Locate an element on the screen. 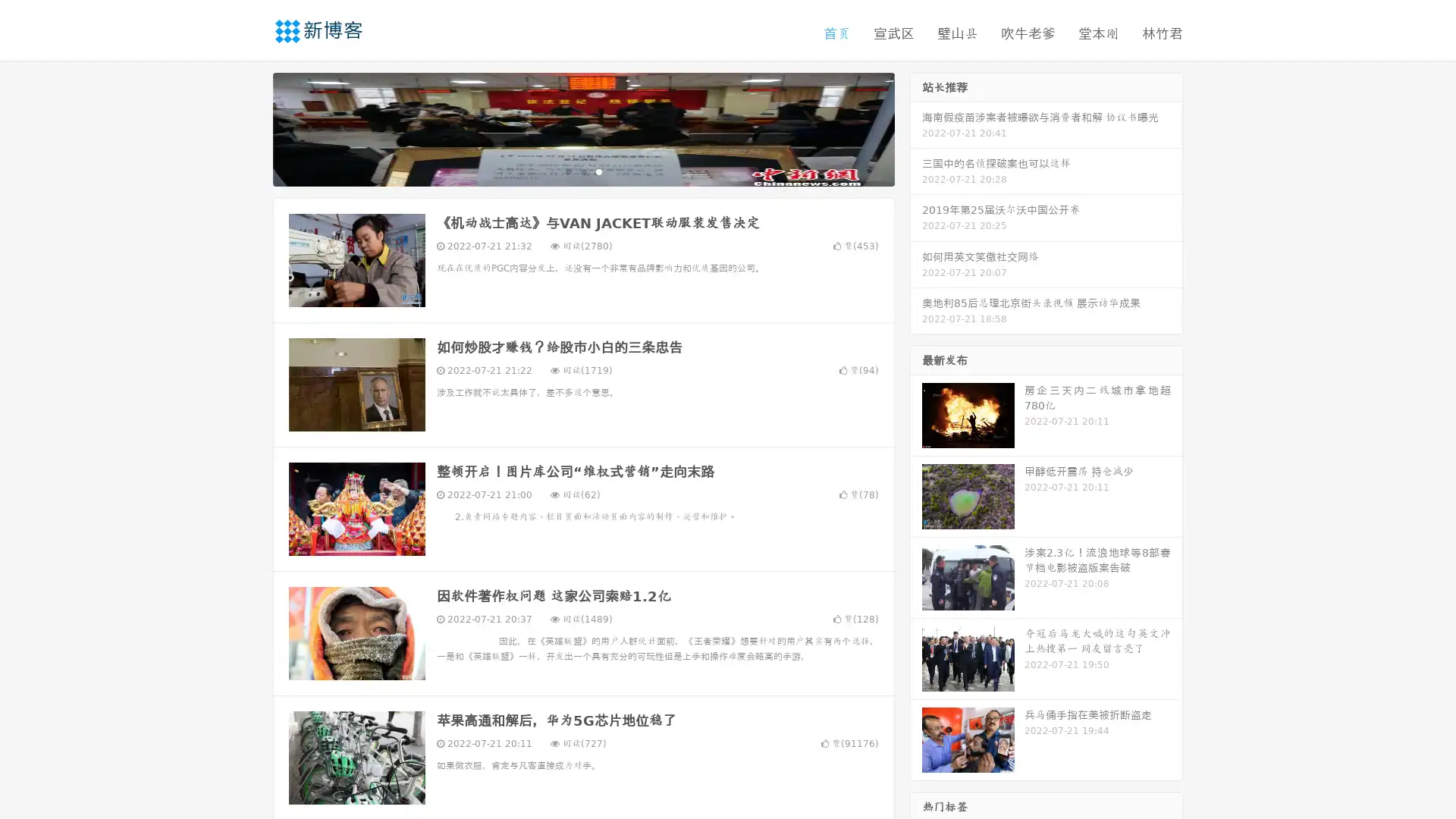 Image resolution: width=1456 pixels, height=819 pixels. Go to slide 3 is located at coordinates (598, 171).